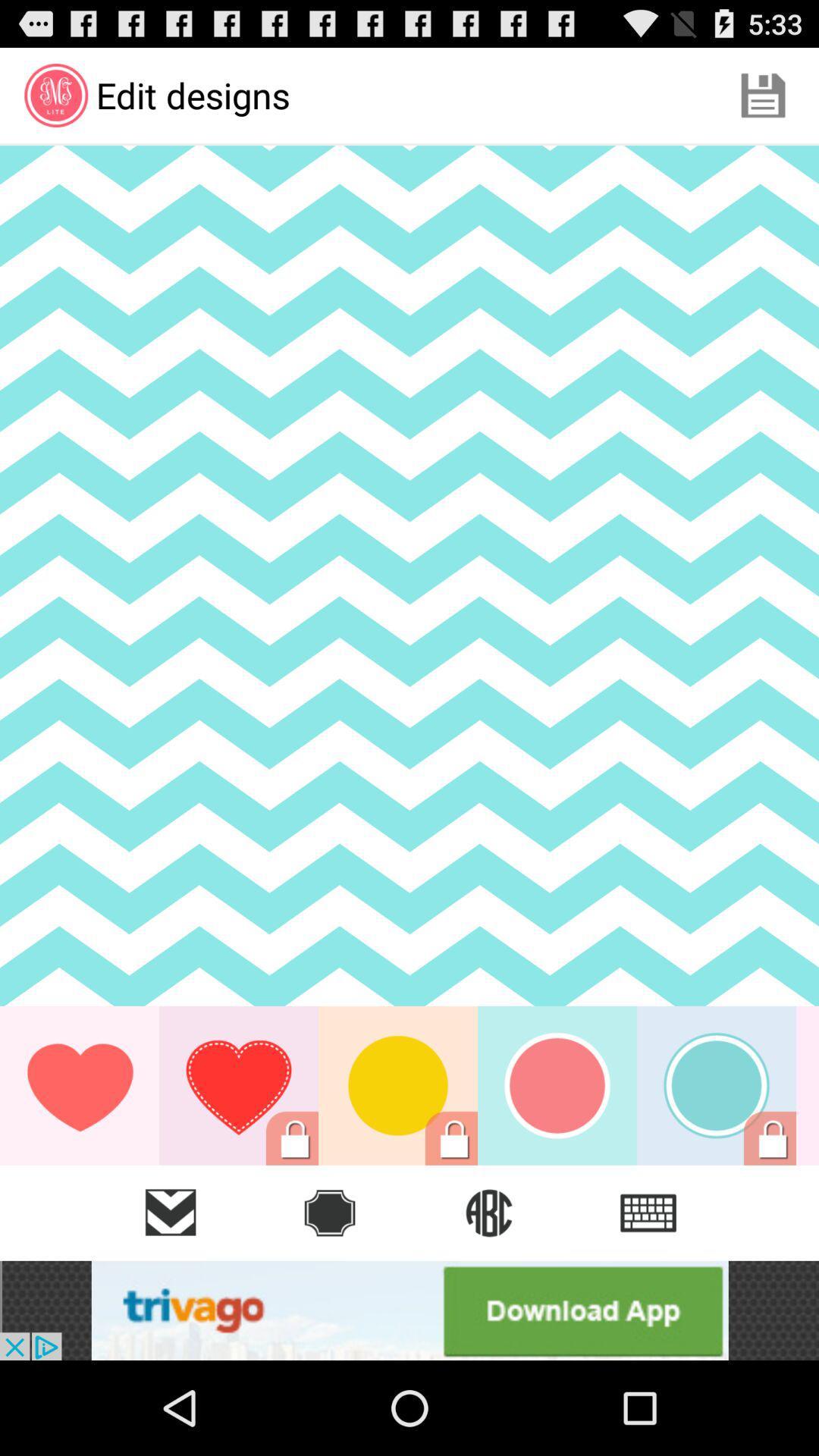 This screenshot has width=819, height=1456. Describe the element at coordinates (55, 94) in the screenshot. I see `the logo left to edit designs` at that location.